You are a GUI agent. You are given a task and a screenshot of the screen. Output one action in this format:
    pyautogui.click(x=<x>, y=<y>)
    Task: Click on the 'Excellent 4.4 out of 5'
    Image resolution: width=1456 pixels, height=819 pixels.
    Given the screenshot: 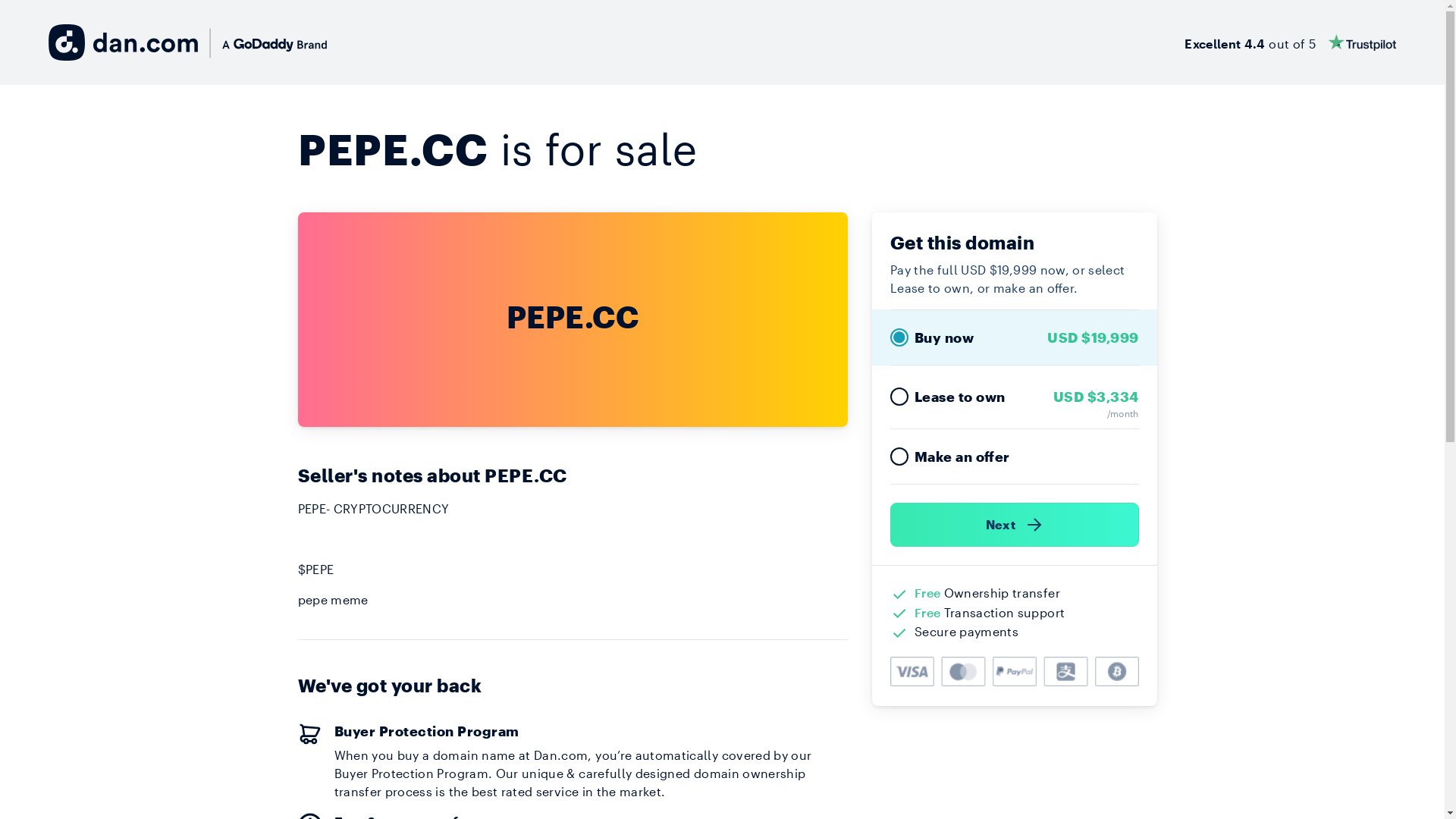 What is the action you would take?
    pyautogui.click(x=1289, y=42)
    